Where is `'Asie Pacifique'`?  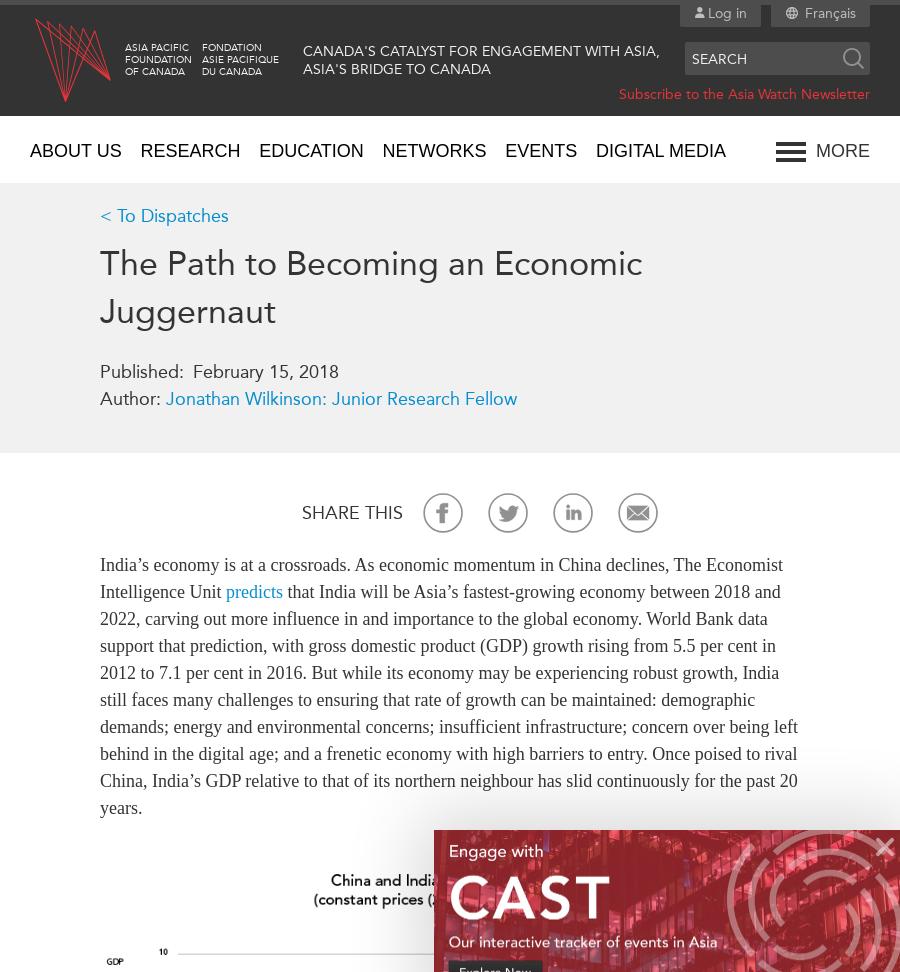
'Asie Pacifique' is located at coordinates (239, 59).